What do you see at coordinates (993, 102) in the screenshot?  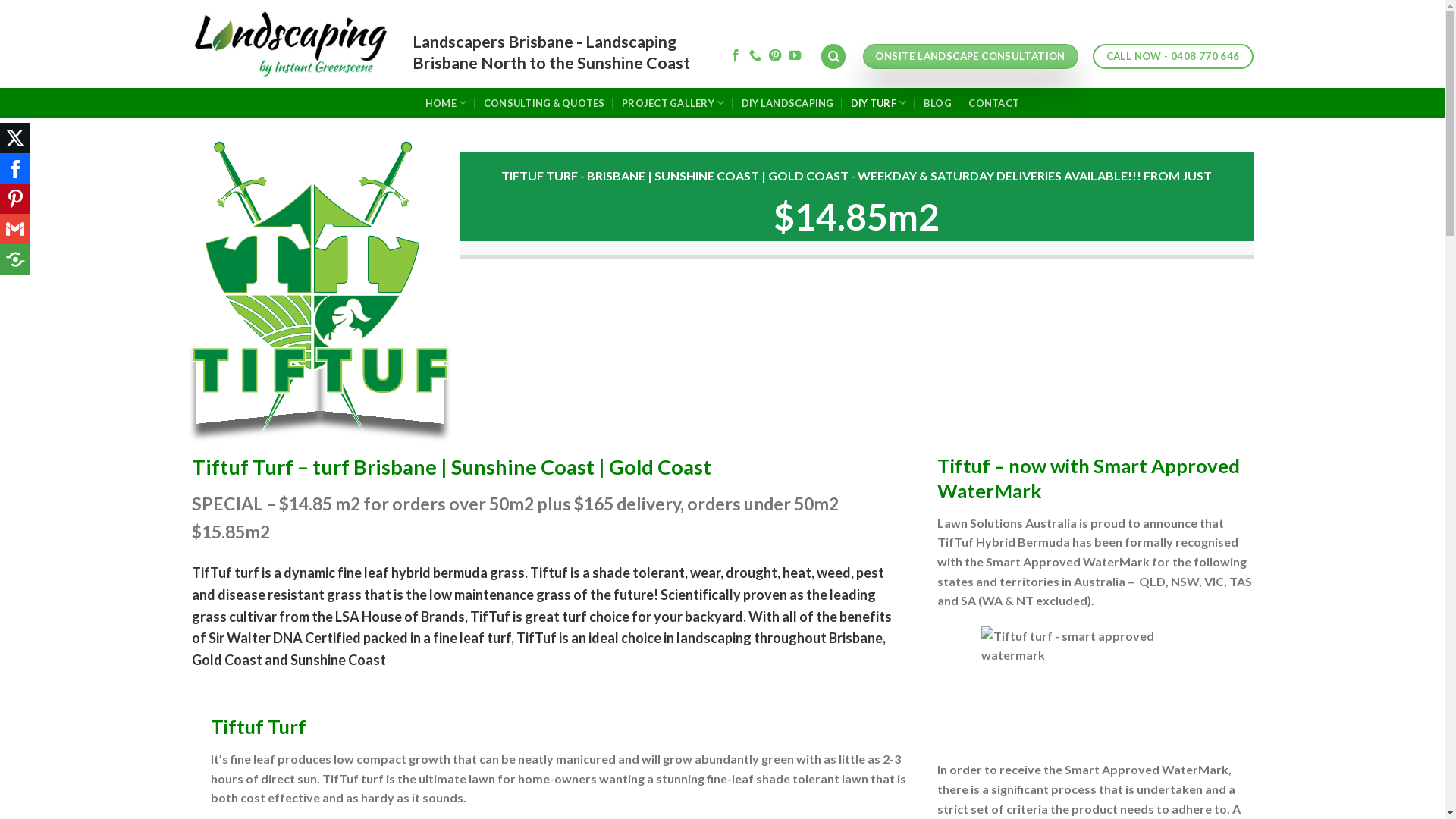 I see `'CONTACT'` at bounding box center [993, 102].